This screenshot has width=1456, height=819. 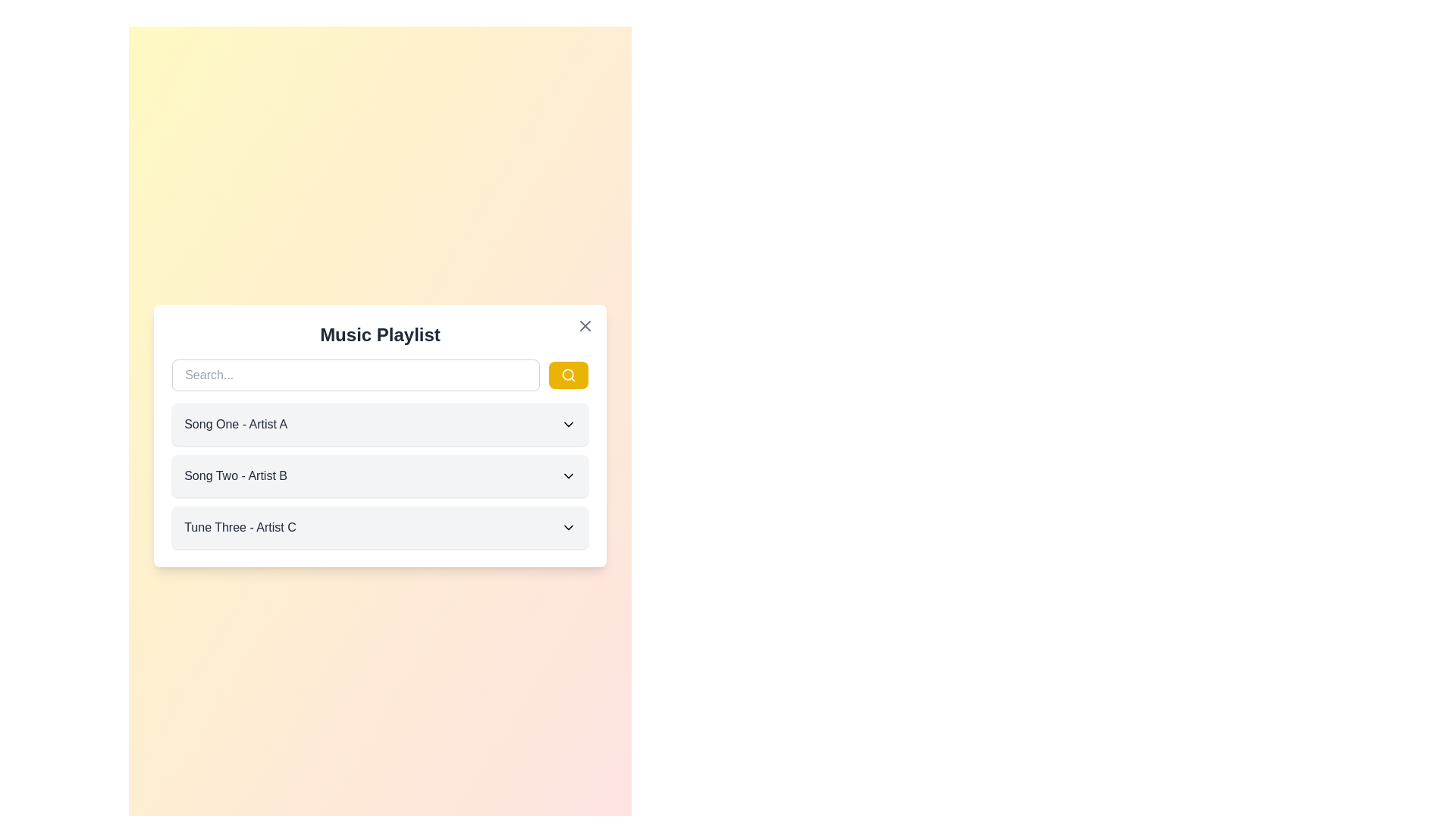 I want to click on the third collapsible list item in the playlist, so click(x=380, y=526).